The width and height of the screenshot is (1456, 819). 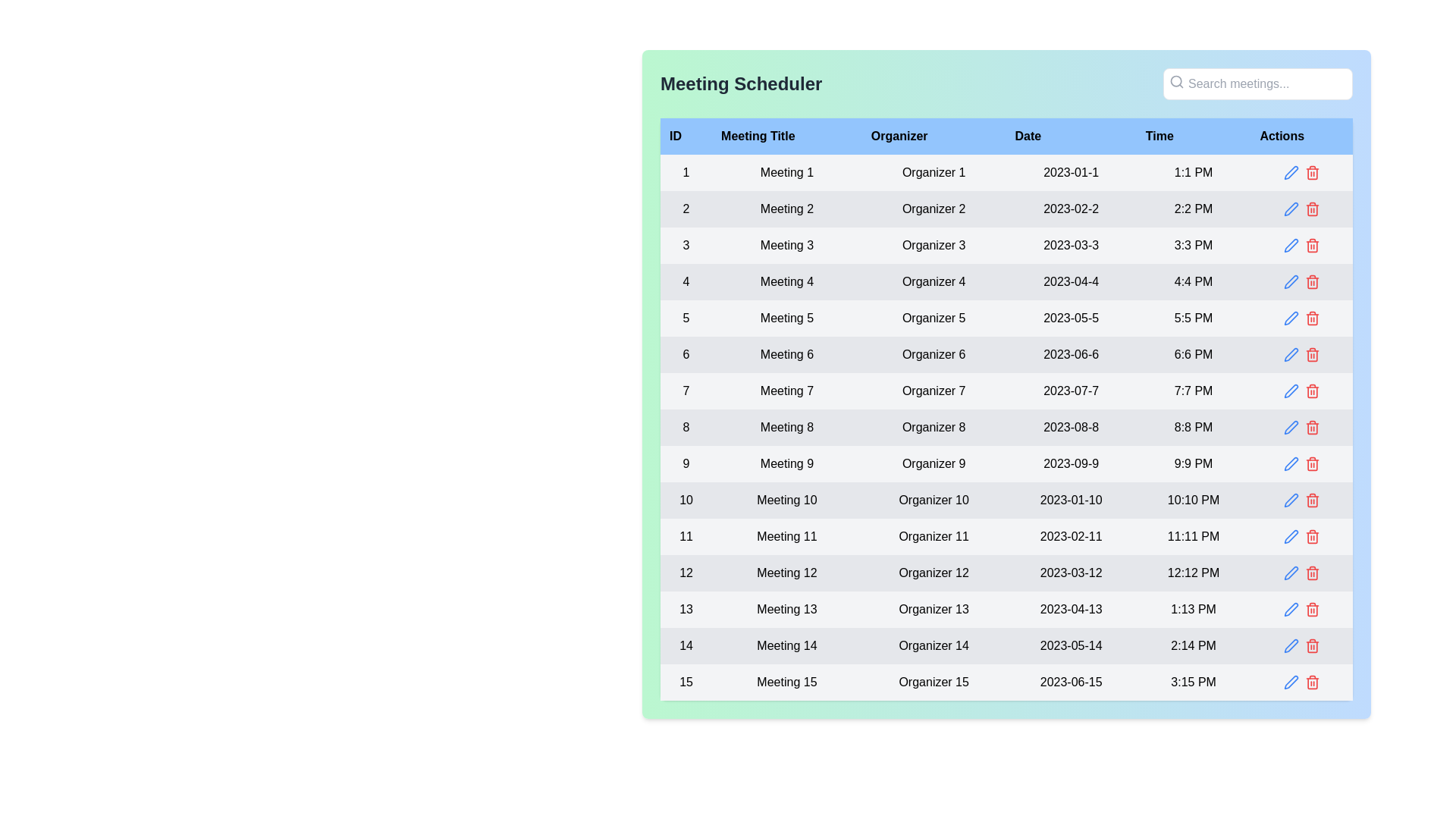 I want to click on the TextLabel displaying '2023-02-2' in the fourth column of the second row under the 'Date' column, part of the meeting details for 'Meeting 2', so click(x=1070, y=209).